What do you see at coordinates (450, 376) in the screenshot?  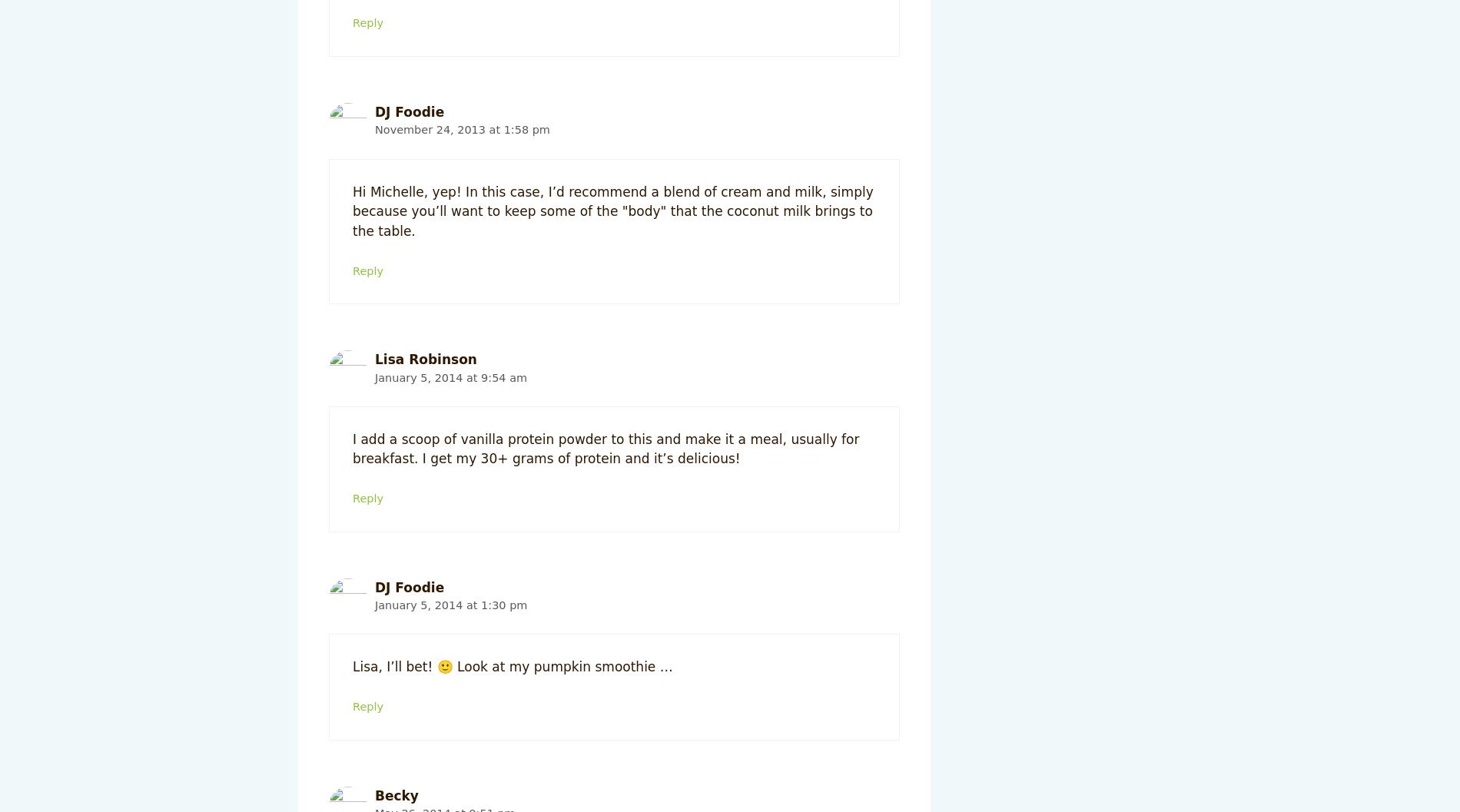 I see `'January 5, 2014 at 9:54 am'` at bounding box center [450, 376].